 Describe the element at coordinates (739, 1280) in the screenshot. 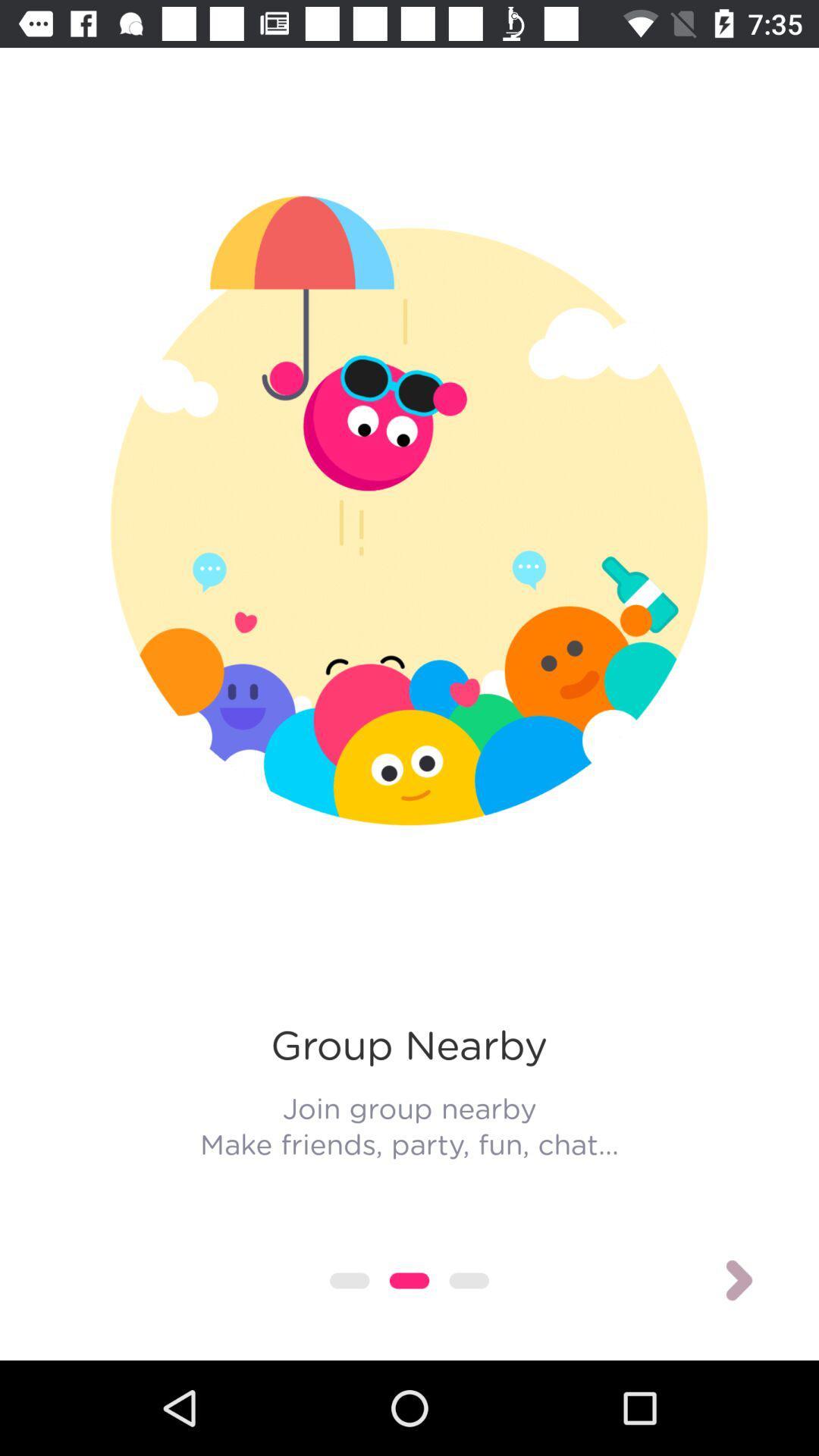

I see `the arrow_forward icon` at that location.